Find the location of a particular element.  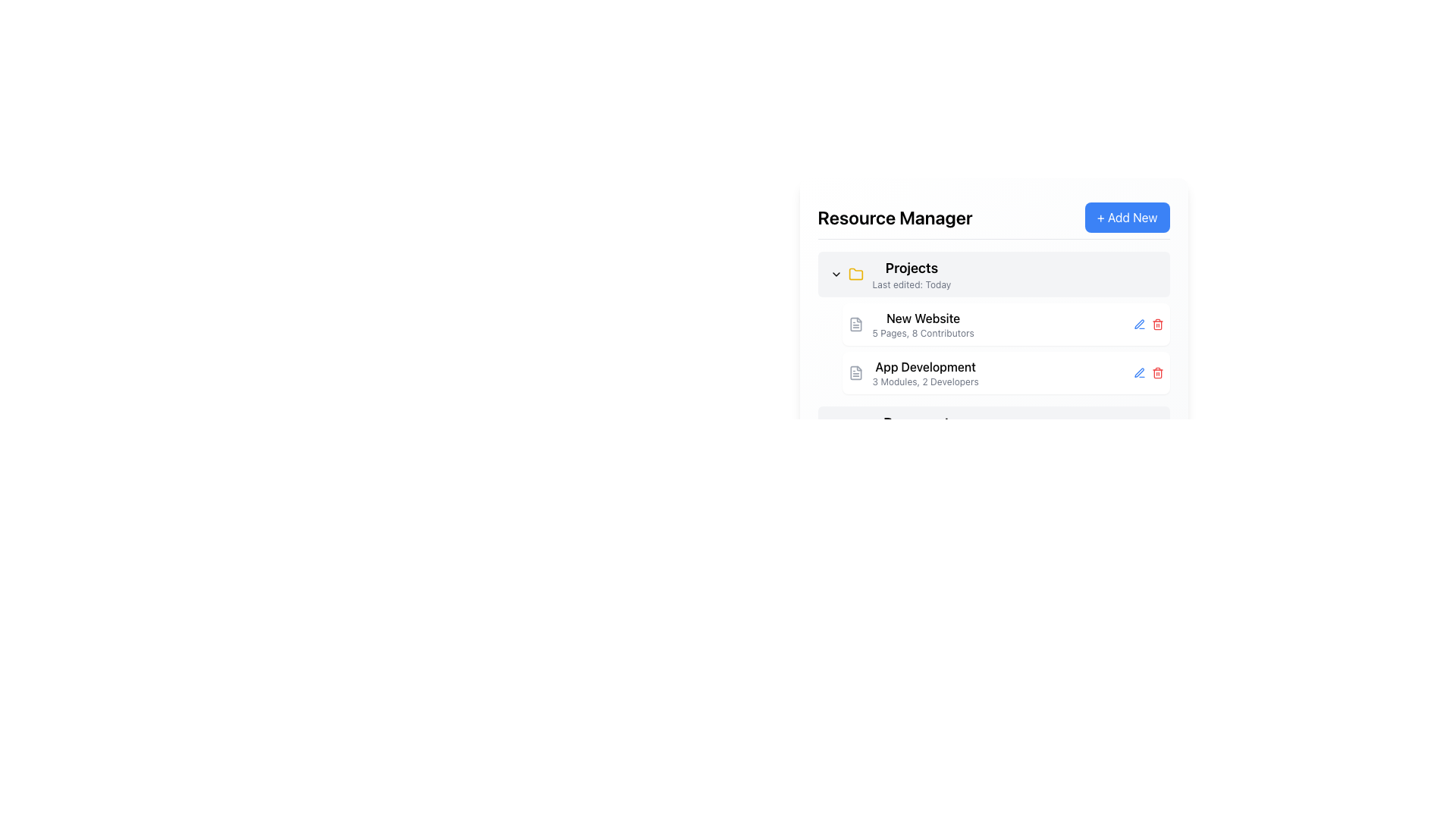

the project title text label in the 'Projects' section of the Resource Manager interface, located above '5 Pages, 8 Contributors' is located at coordinates (922, 318).